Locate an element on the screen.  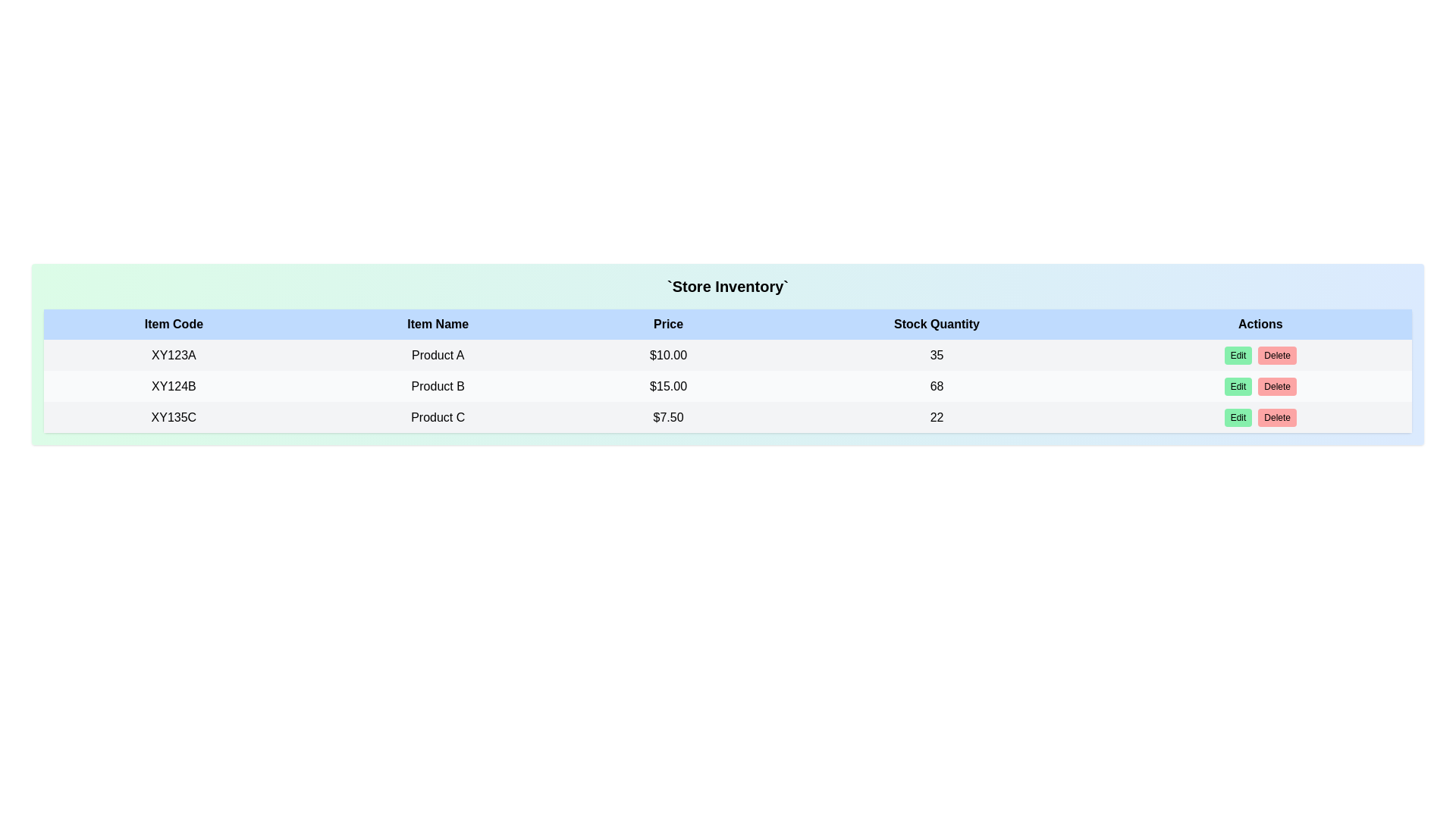
the second row in the table labeled 'Product B' is located at coordinates (728, 385).